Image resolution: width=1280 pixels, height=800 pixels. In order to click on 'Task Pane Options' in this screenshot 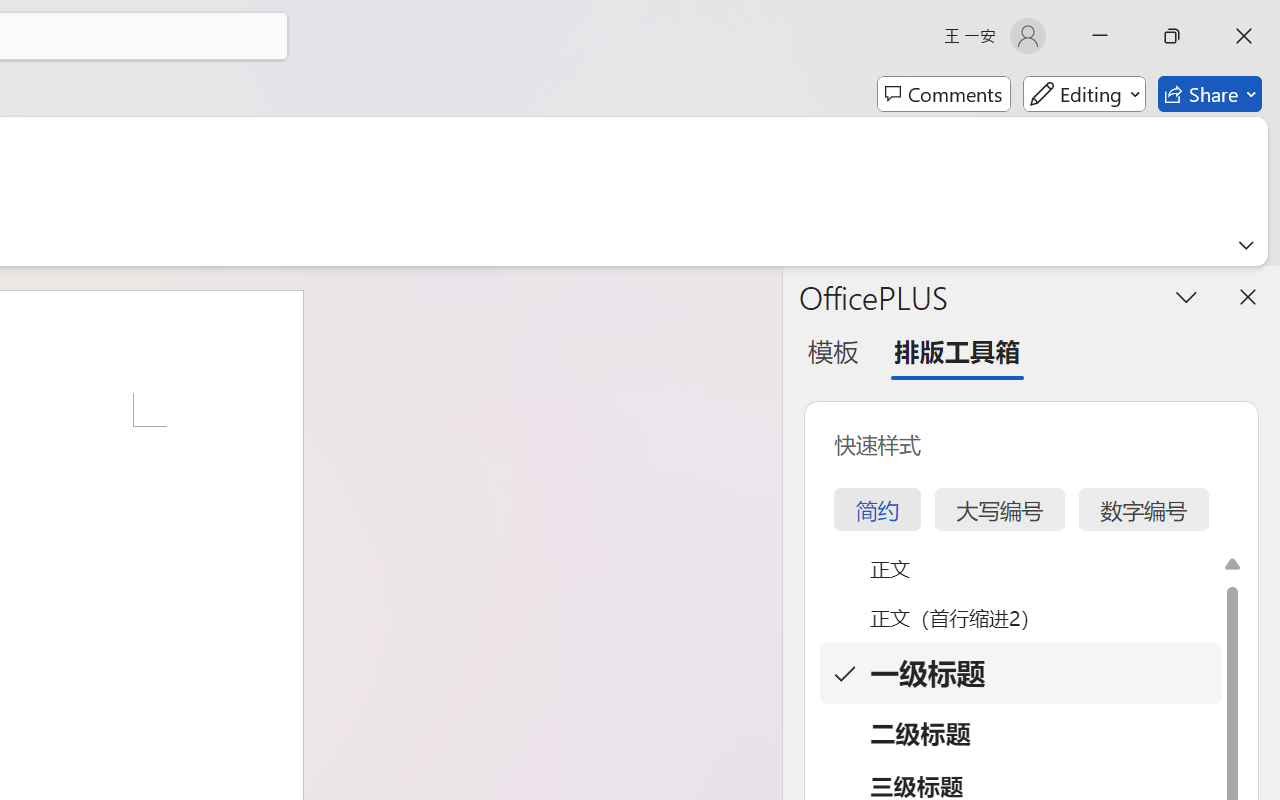, I will do `click(1187, 296)`.